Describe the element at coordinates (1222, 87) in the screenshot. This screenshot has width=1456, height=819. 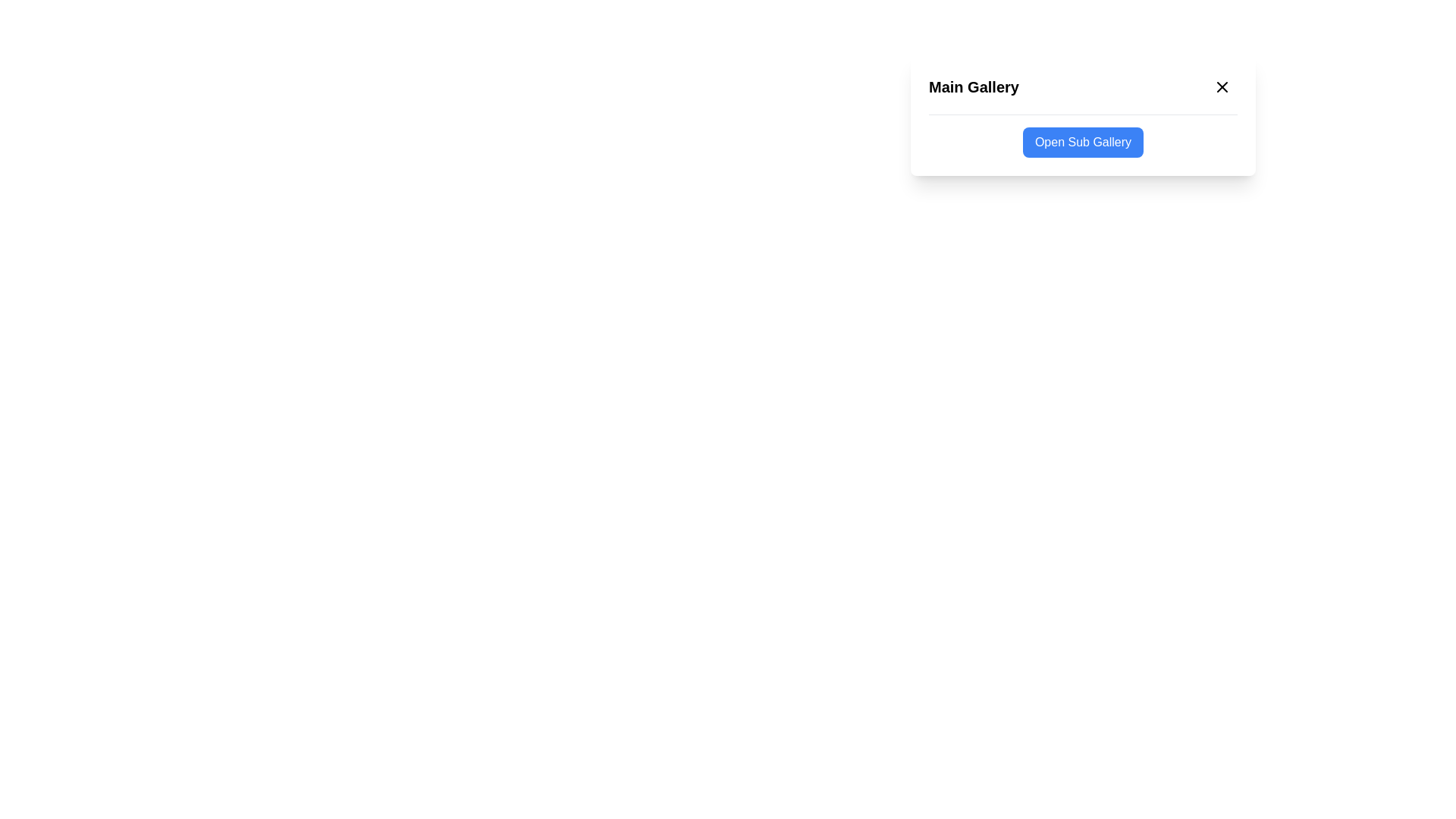
I see `the close button icon located at the top-right corner of the 'Main Gallery' module` at that location.